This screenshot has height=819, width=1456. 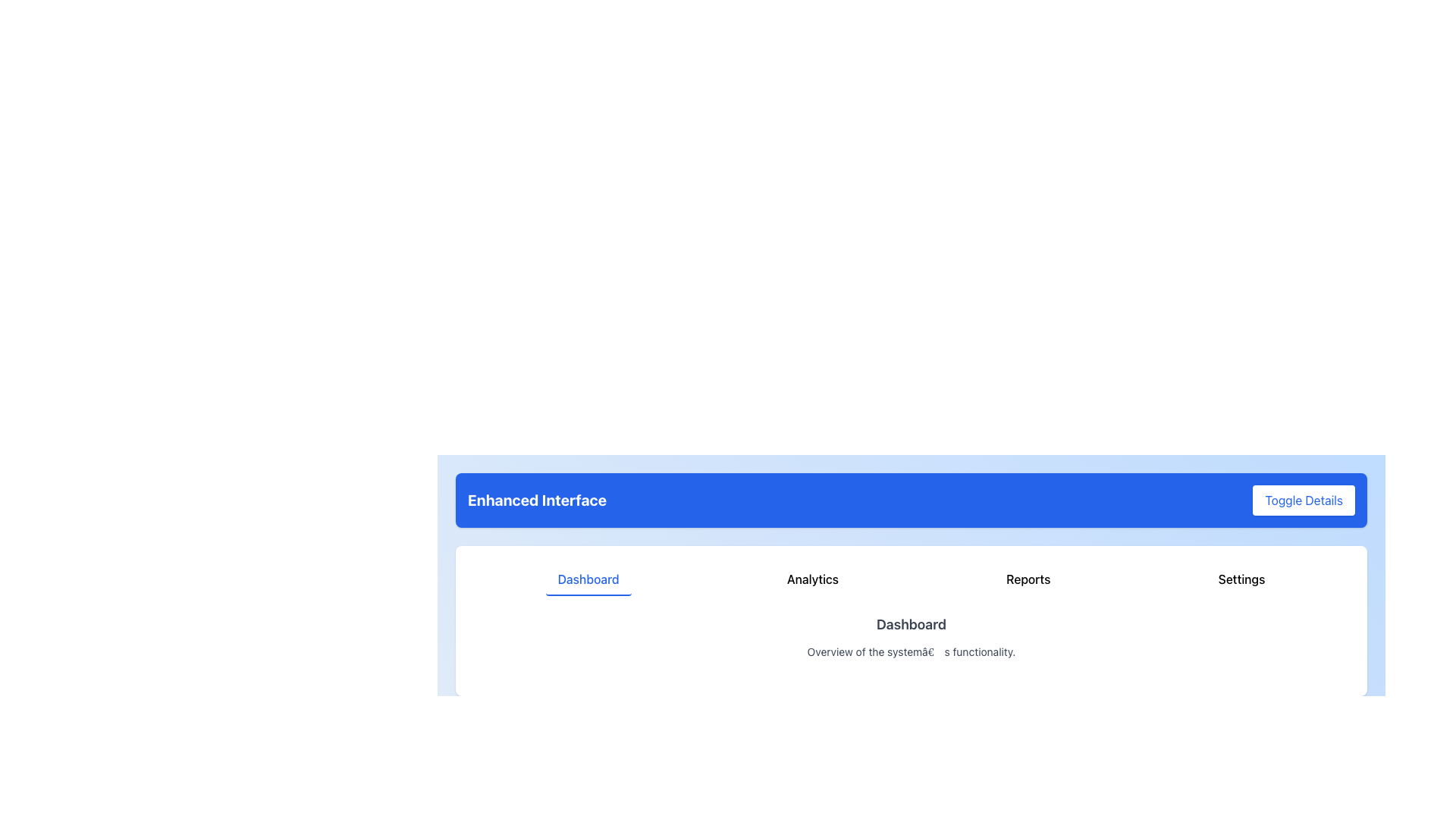 I want to click on the text block that contains the heading 'Dashboard' and the description 'Overview of the system’s functionality.' This element is prominently positioned beneath the navigation bar, serving as a visual anchor for the page, so click(x=910, y=637).